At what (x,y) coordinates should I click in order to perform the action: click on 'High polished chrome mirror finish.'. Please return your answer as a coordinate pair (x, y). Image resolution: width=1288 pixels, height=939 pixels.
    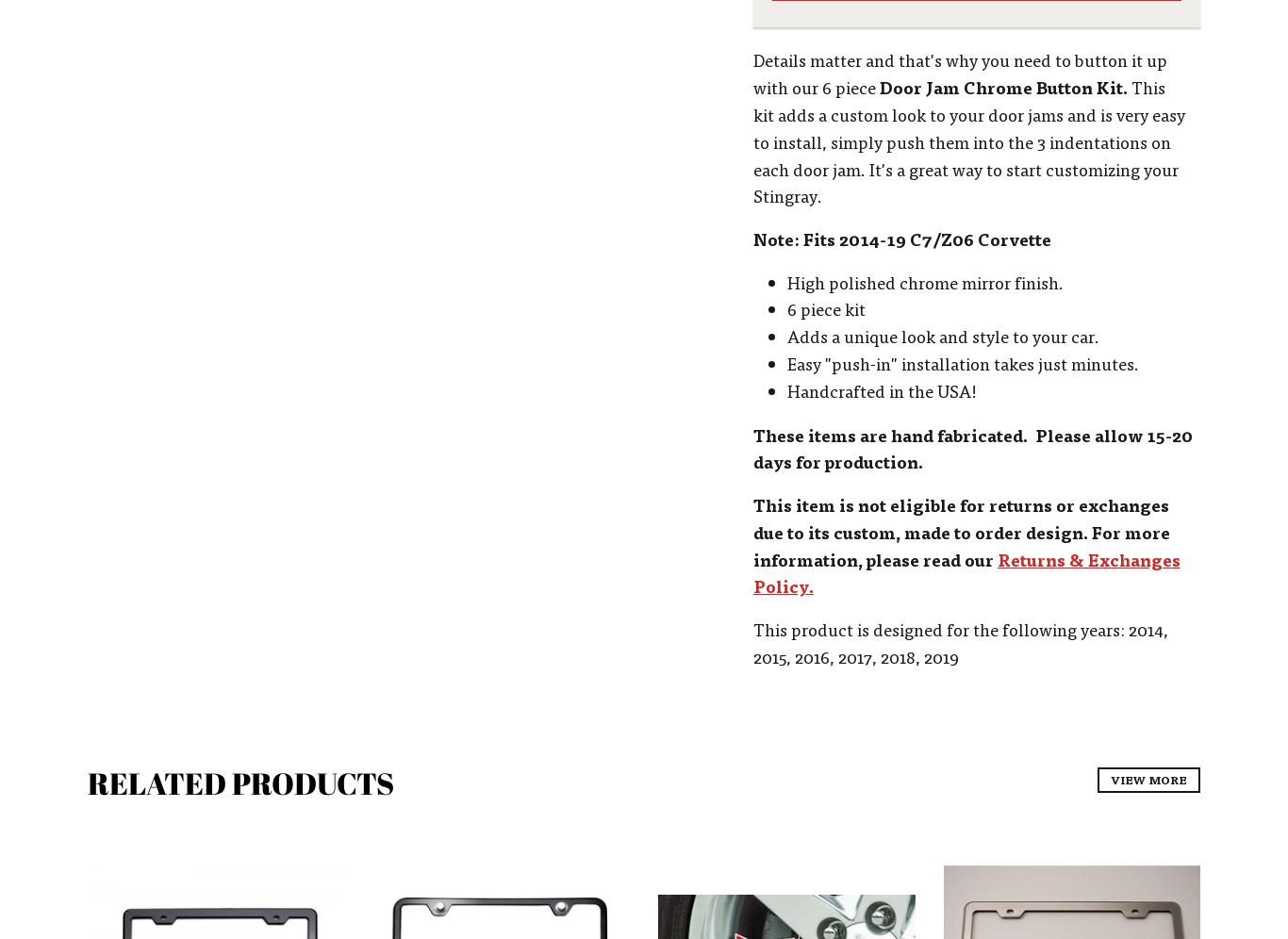
    Looking at the image, I should click on (784, 280).